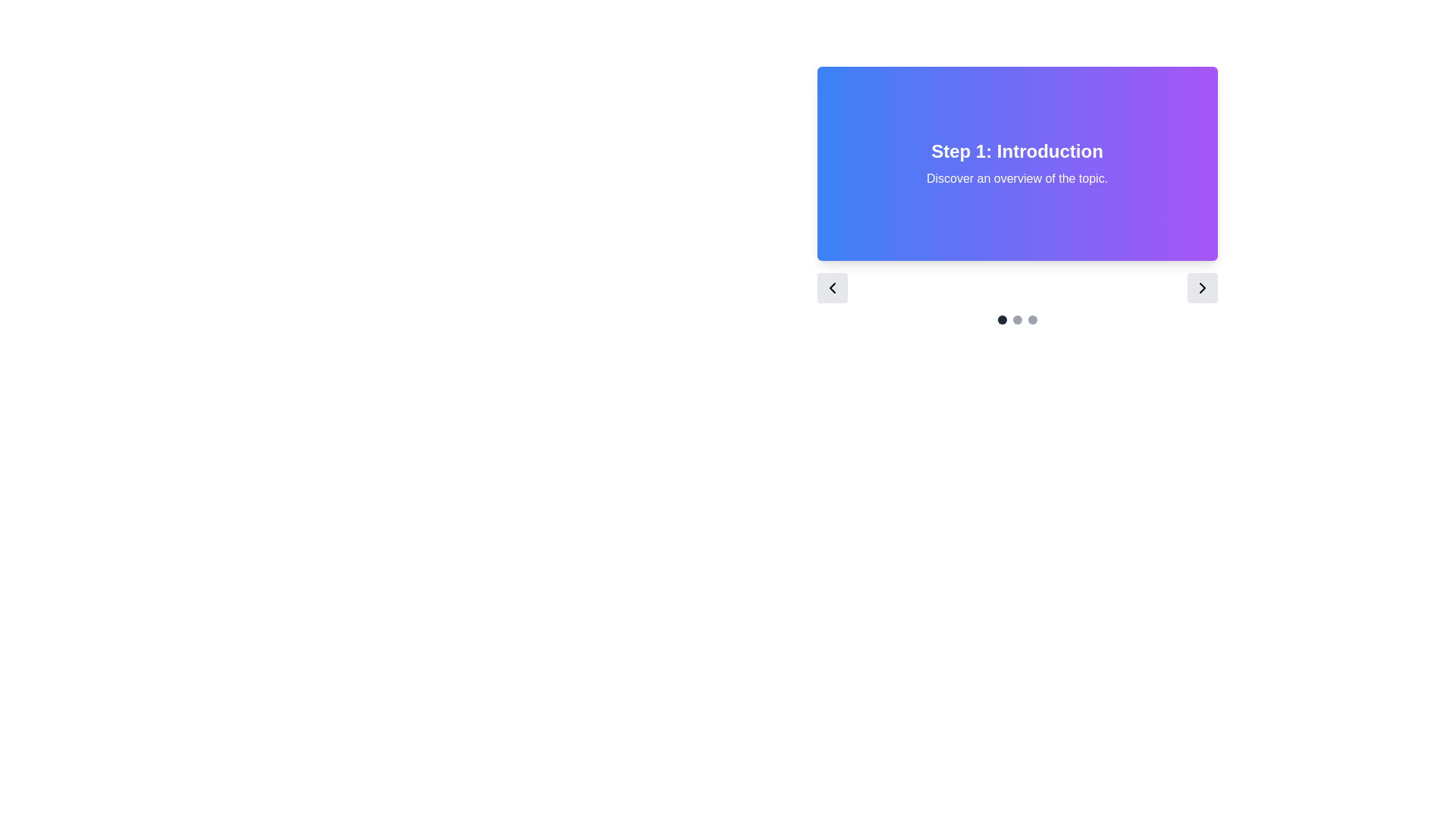  What do you see at coordinates (1002, 318) in the screenshot?
I see `the active indicator dot, which represents the first step in a multi-step interface located at the bottom of the card-like section` at bounding box center [1002, 318].